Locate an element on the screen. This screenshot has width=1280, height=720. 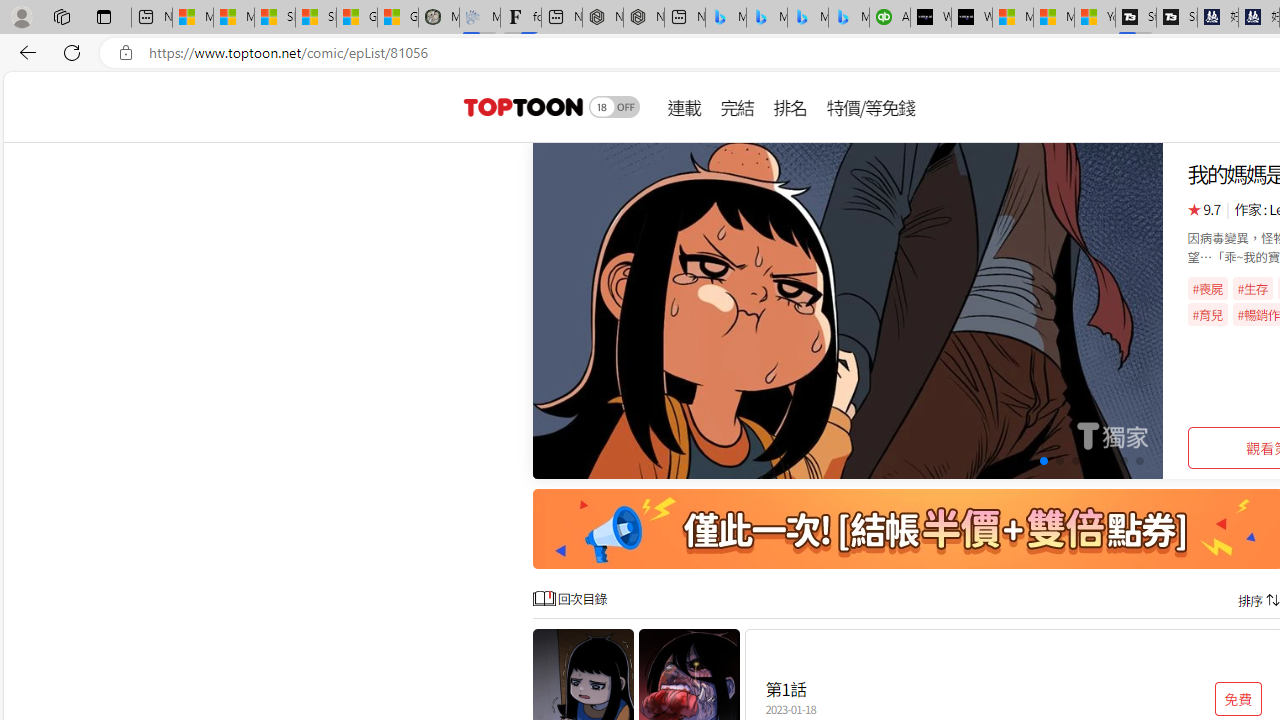
'Class:  switch_18mode actionAdultBtn' is located at coordinates (614, 106).